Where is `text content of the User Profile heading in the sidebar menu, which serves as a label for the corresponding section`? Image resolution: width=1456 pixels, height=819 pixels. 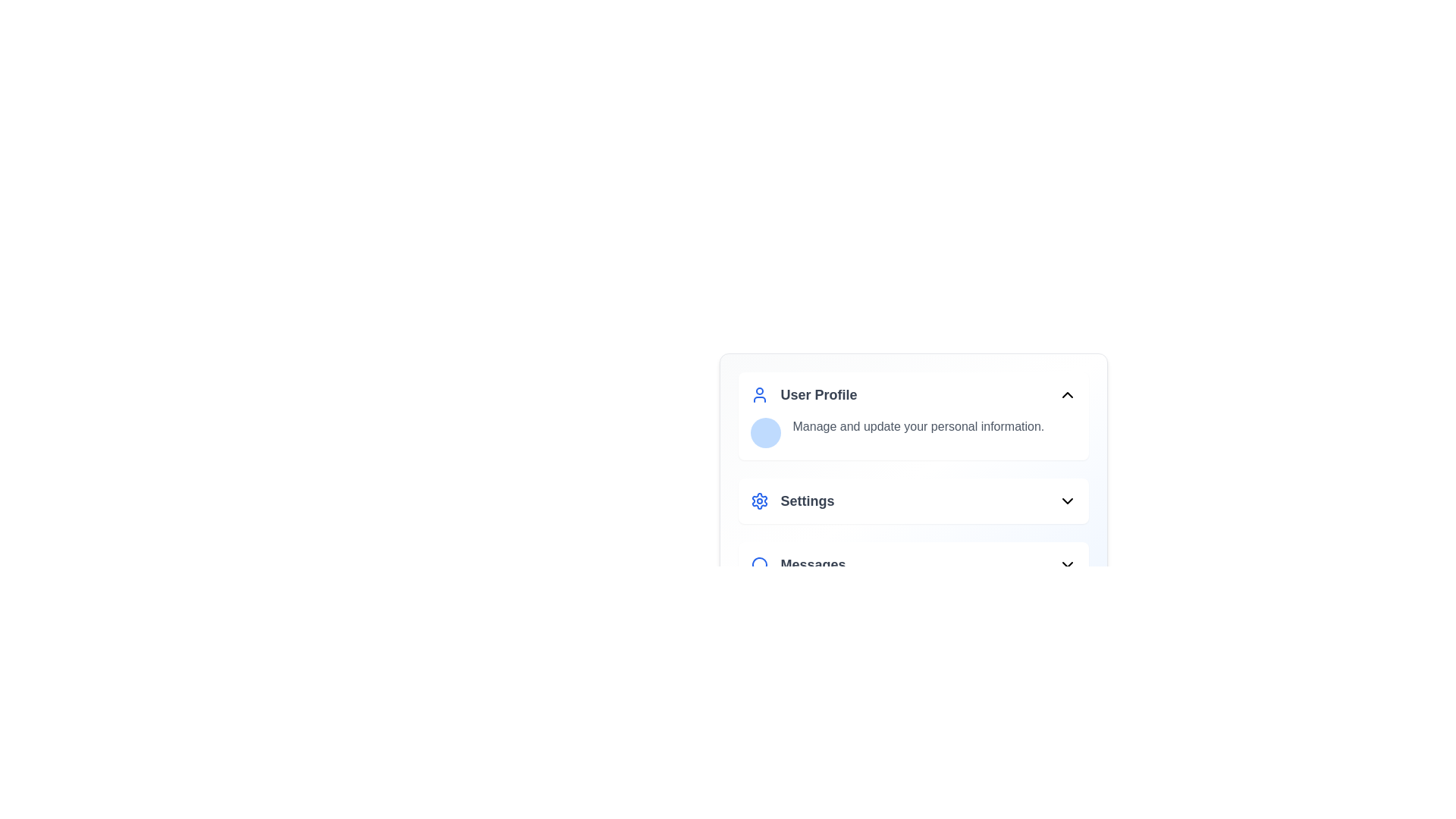
text content of the User Profile heading in the sidebar menu, which serves as a label for the corresponding section is located at coordinates (818, 394).